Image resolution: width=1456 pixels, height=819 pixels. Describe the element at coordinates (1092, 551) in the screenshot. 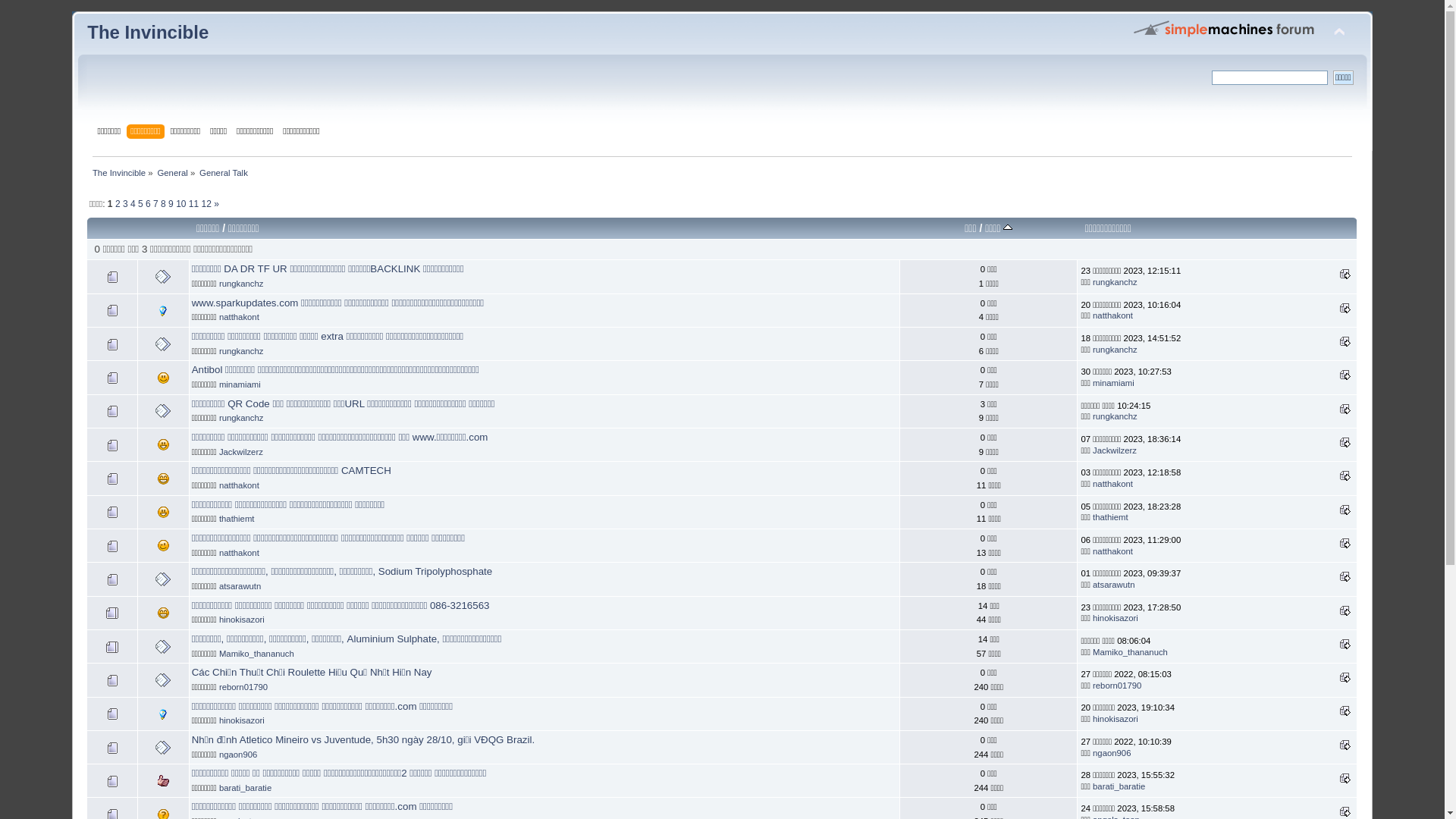

I see `'natthakont'` at that location.